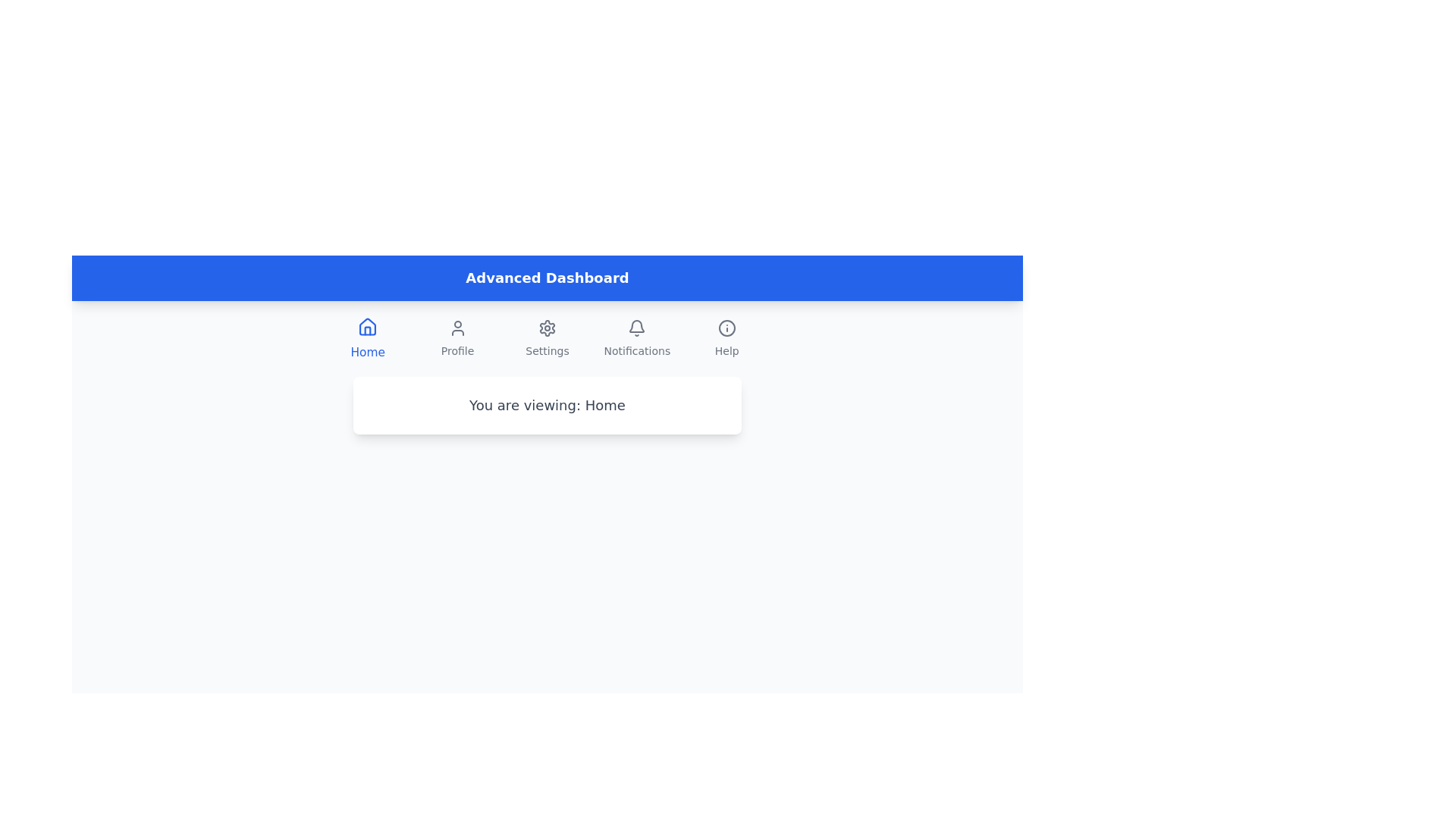 This screenshot has height=819, width=1456. What do you see at coordinates (726, 338) in the screenshot?
I see `the help button located at the end of the menu to activate the hover effect` at bounding box center [726, 338].